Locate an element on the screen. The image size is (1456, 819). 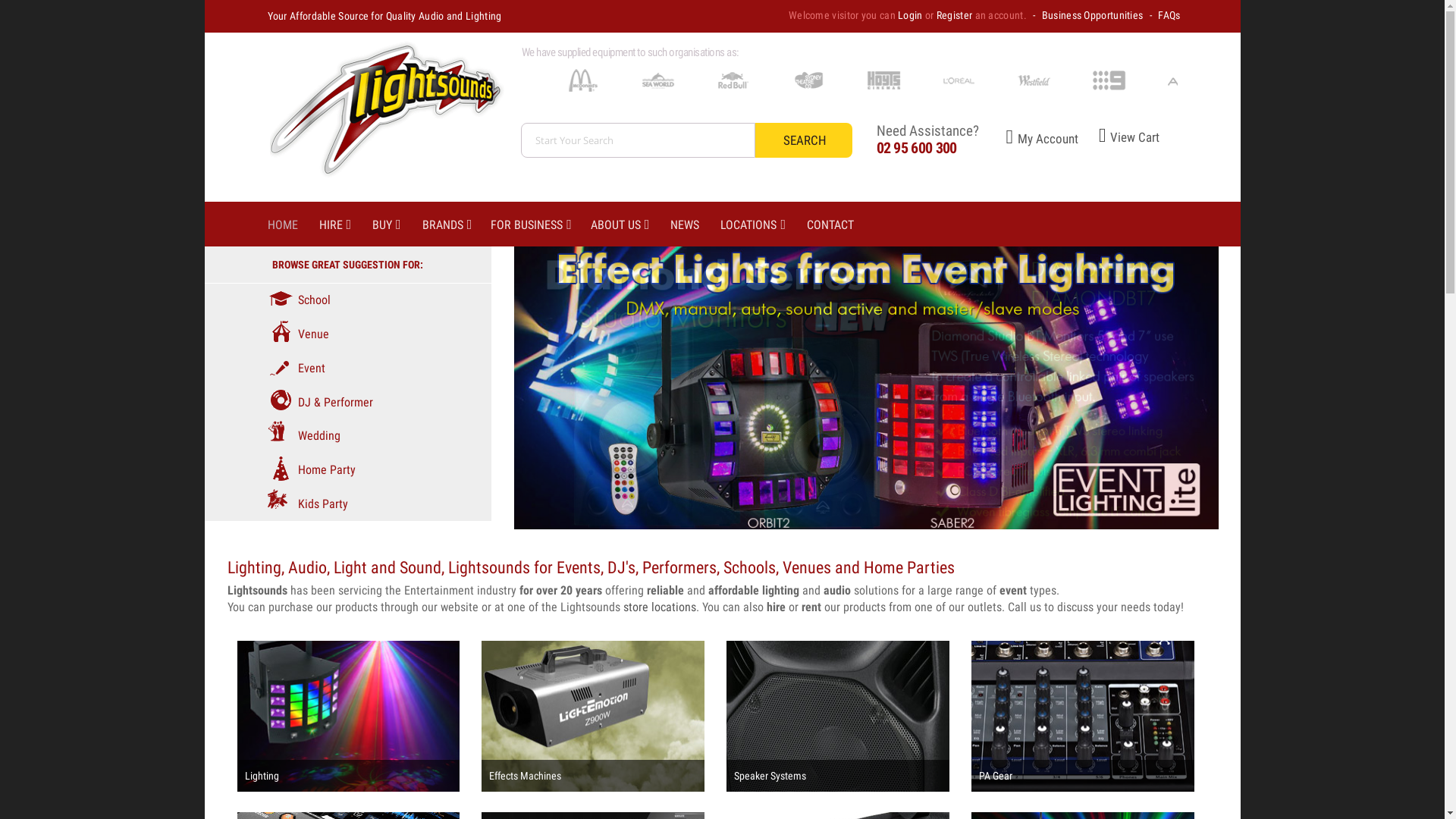
'HOME' is located at coordinates (292, 225).